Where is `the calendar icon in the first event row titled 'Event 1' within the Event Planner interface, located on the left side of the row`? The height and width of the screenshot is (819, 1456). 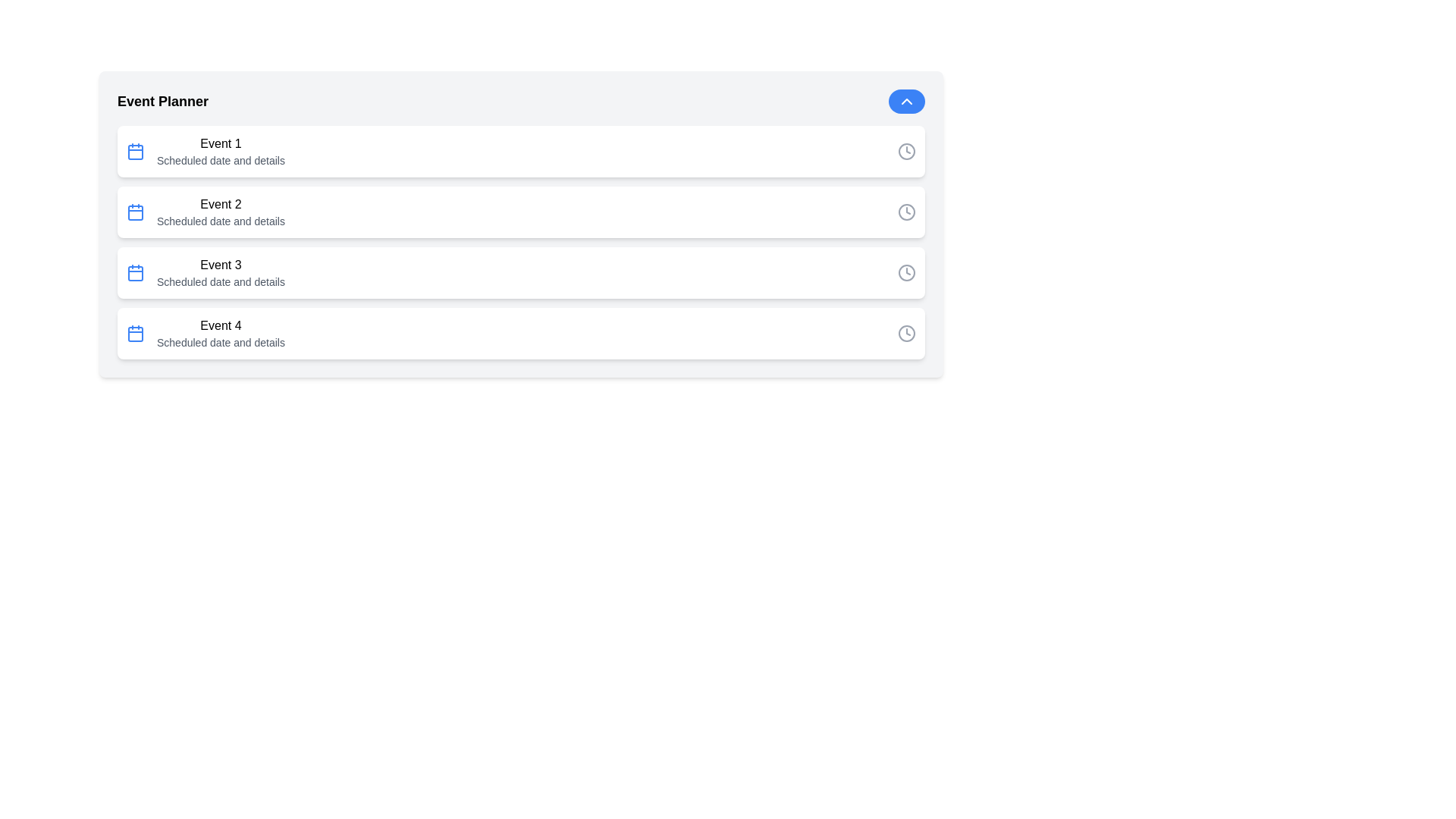 the calendar icon in the first event row titled 'Event 1' within the Event Planner interface, located on the left side of the row is located at coordinates (135, 152).